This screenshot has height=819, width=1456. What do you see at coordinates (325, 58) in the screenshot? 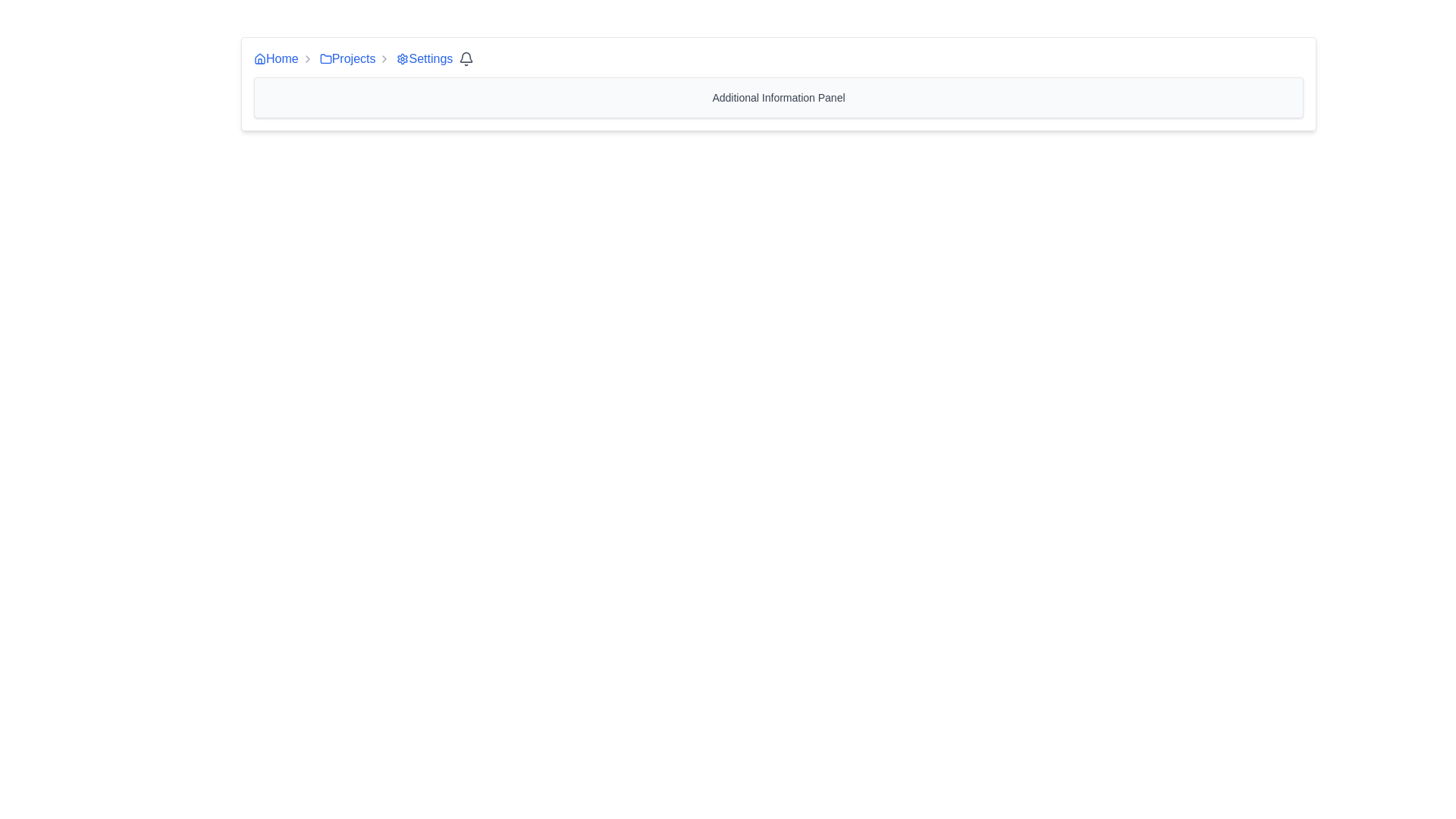
I see `the folder outline icon located in the top navigation bar, positioned between the 'Projects' breadcrumb link and 'Settings' icon` at bounding box center [325, 58].